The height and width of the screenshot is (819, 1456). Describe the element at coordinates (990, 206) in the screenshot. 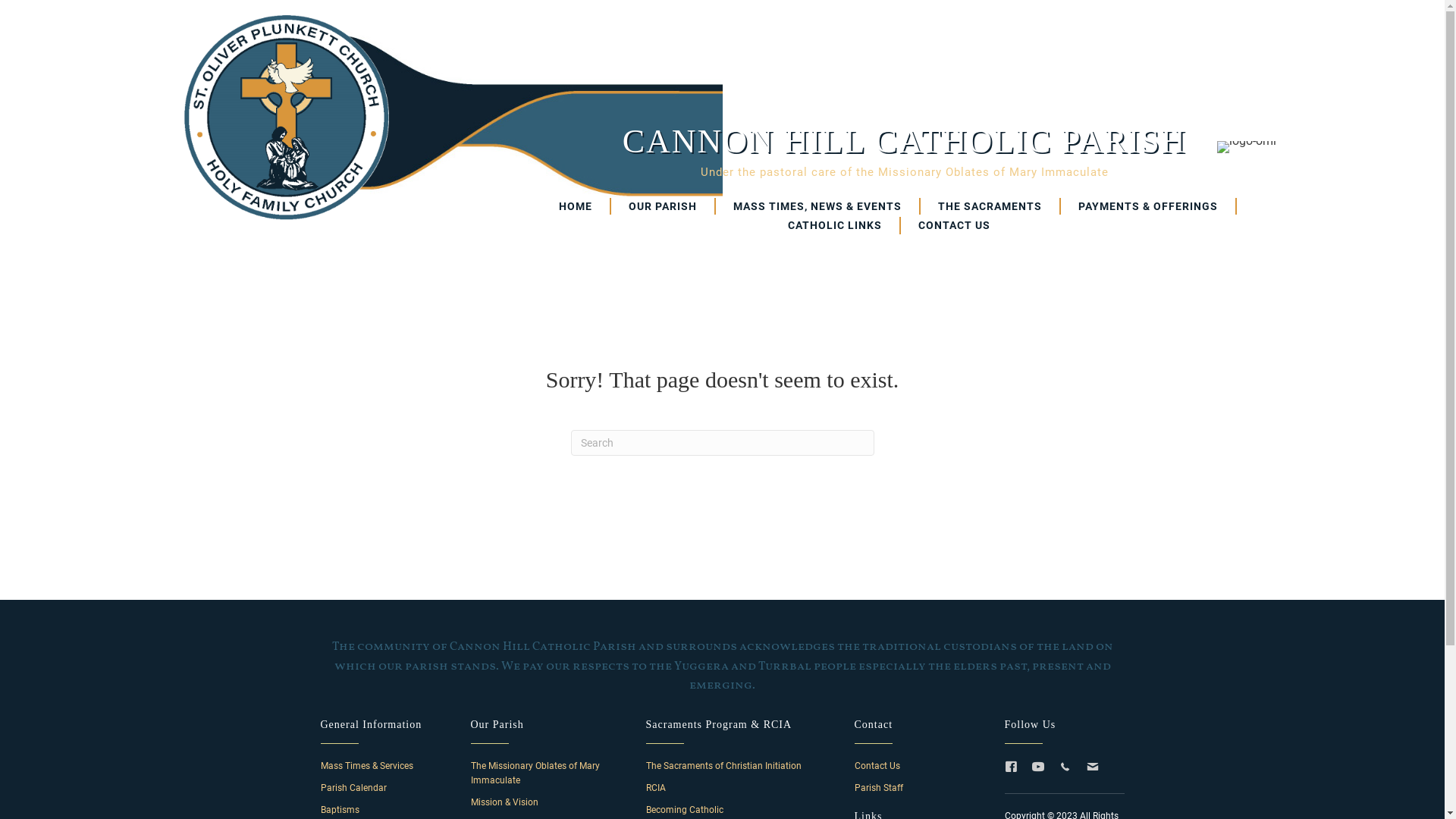

I see `'THE SACRAMENTS'` at that location.